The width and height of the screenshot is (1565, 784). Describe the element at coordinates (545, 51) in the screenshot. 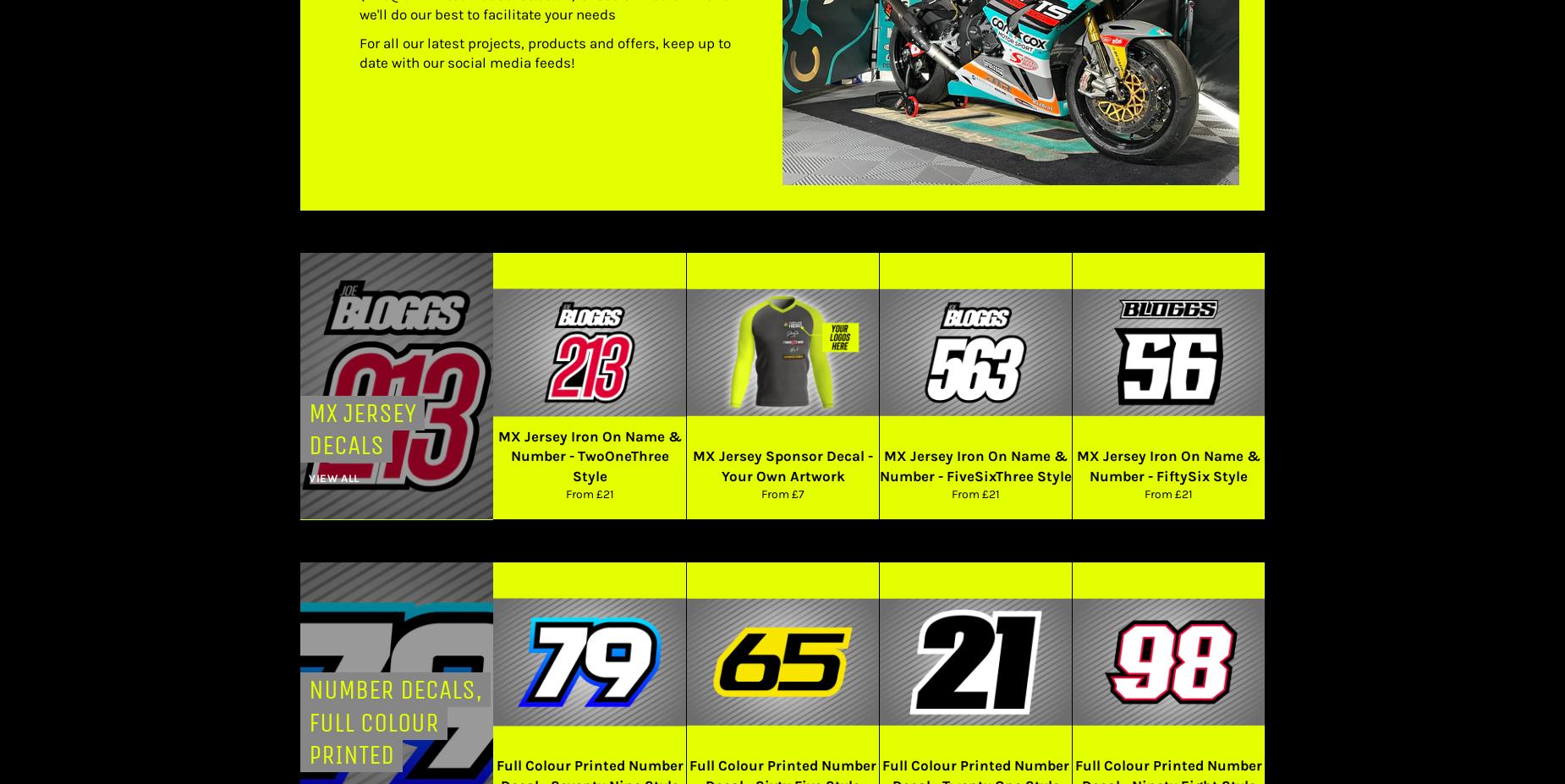

I see `'For all our latest projects, products and offers, keep up to date with our social media feeds!'` at that location.